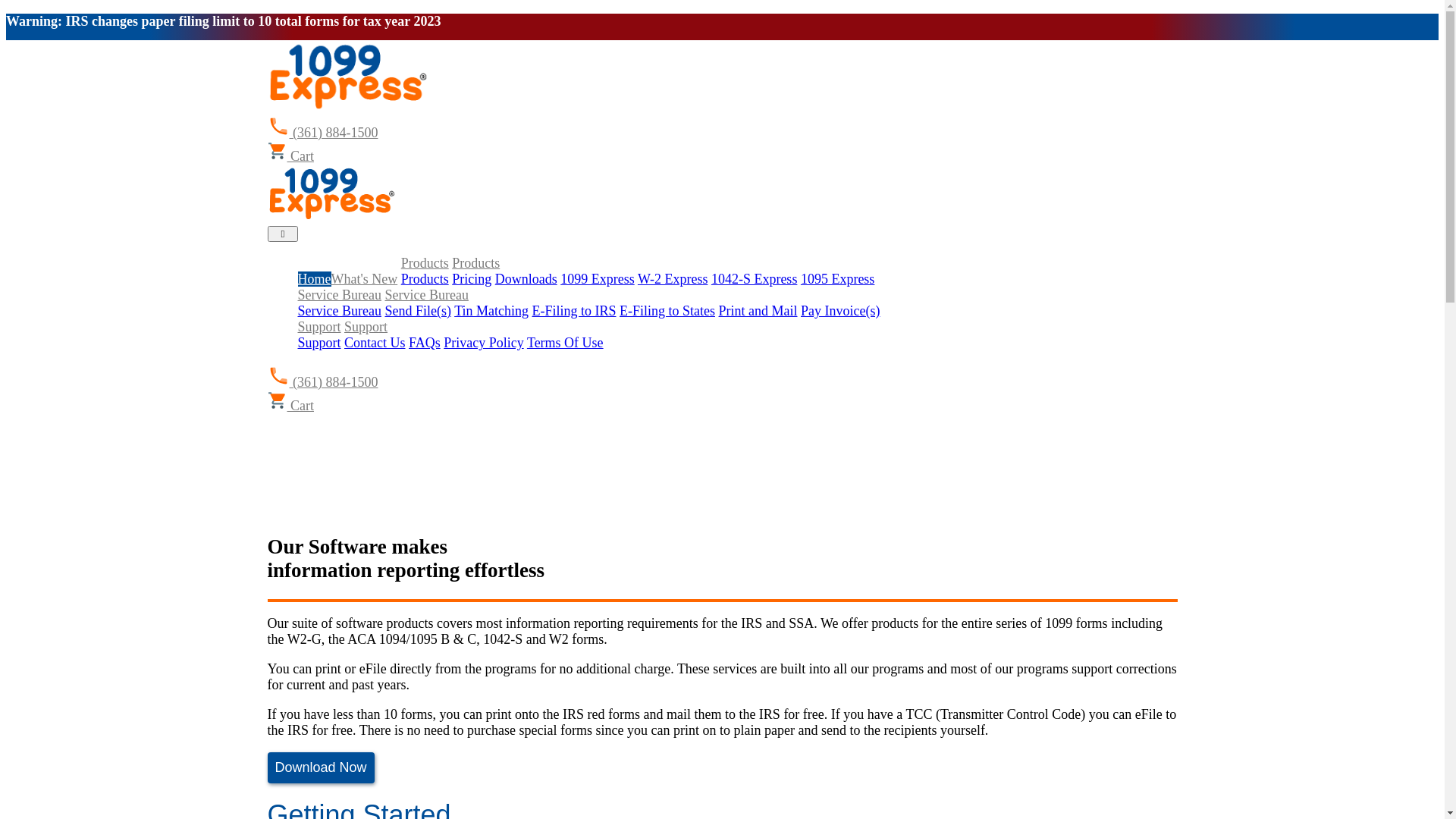 The image size is (1456, 819). Describe the element at coordinates (573, 309) in the screenshot. I see `'E-Filing to IRS'` at that location.